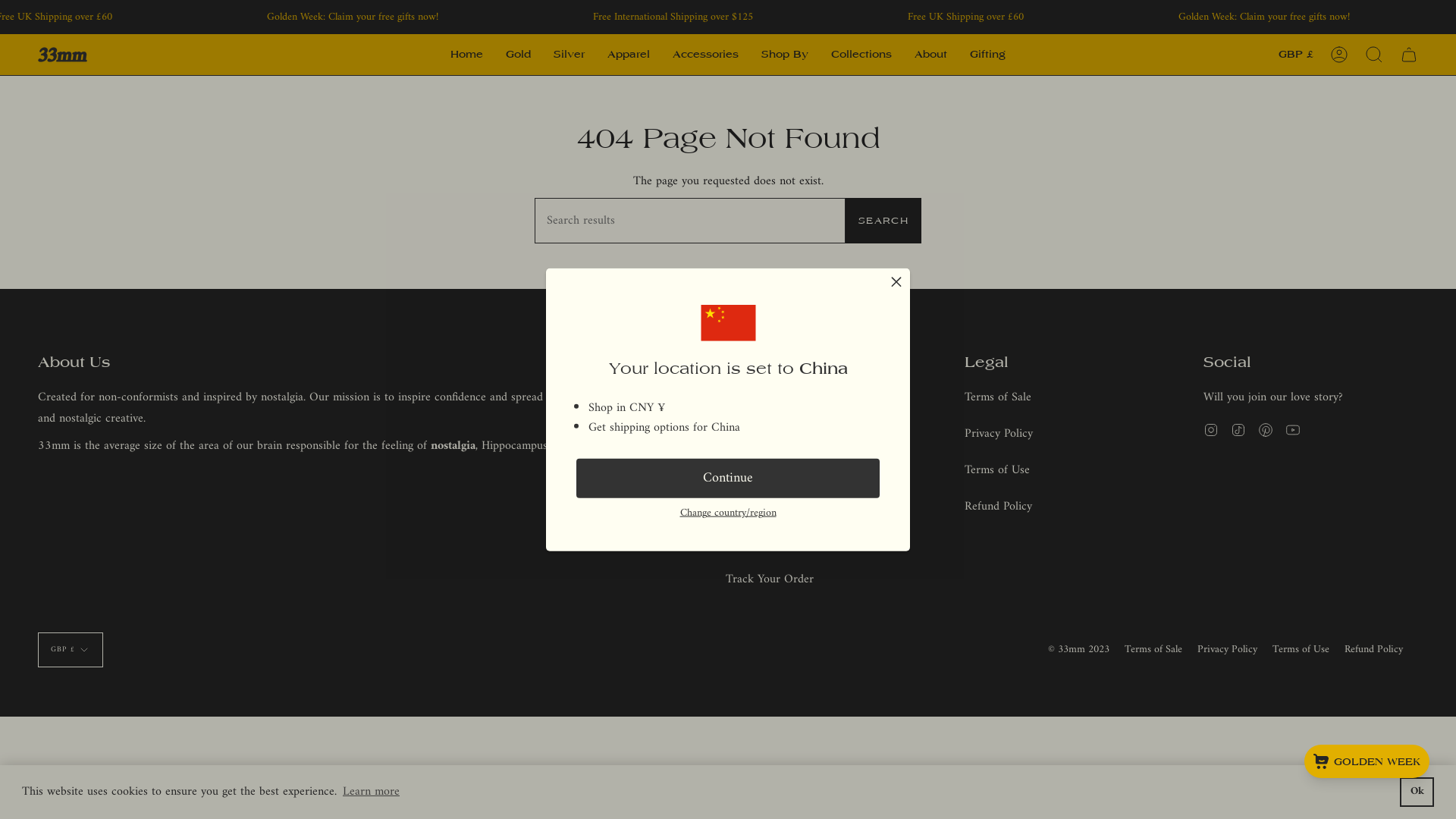  I want to click on 'TikTok', so click(1238, 430).